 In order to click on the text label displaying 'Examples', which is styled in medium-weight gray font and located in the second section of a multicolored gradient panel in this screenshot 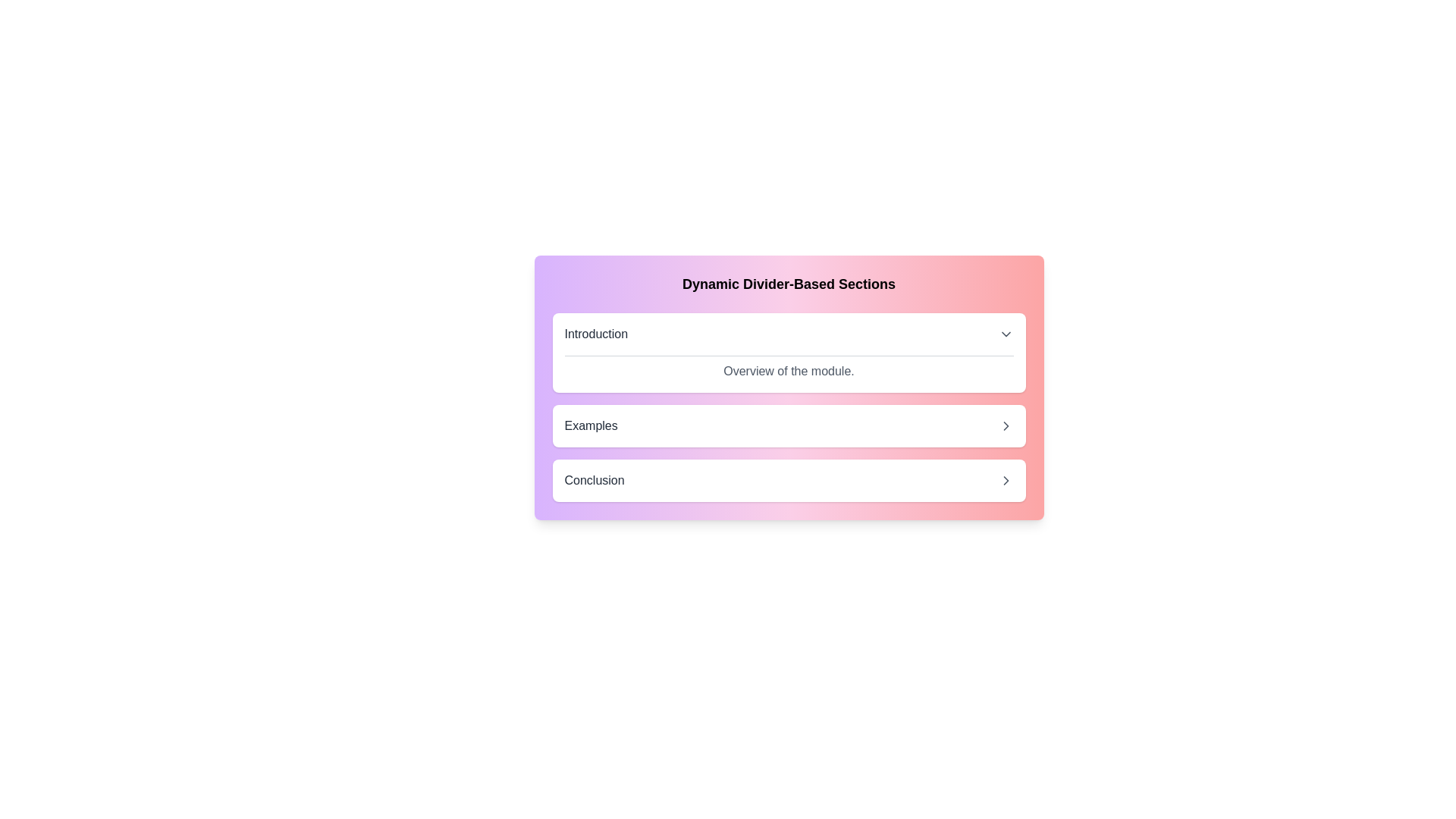, I will do `click(590, 426)`.